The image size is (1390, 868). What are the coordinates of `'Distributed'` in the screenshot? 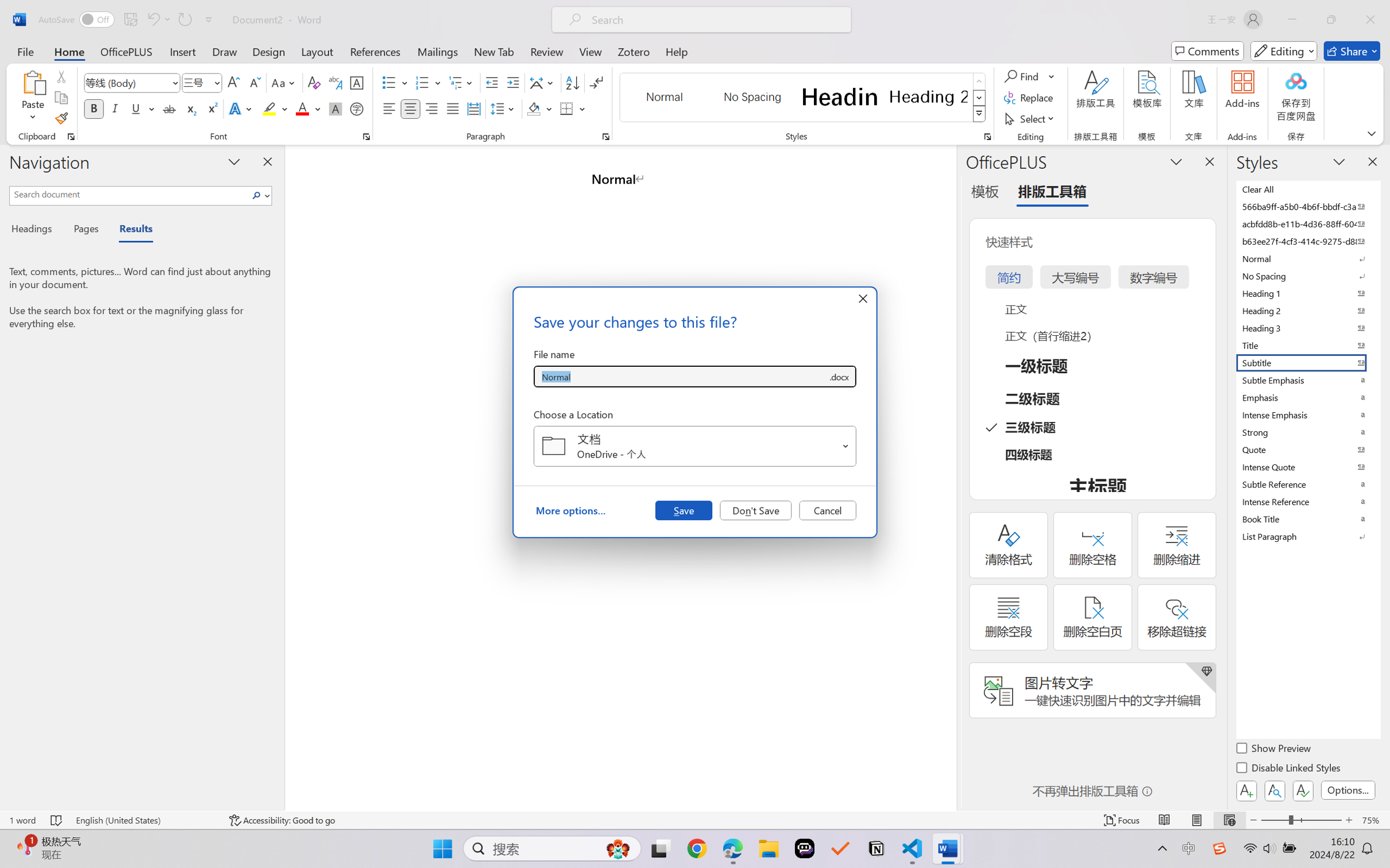 It's located at (473, 108).